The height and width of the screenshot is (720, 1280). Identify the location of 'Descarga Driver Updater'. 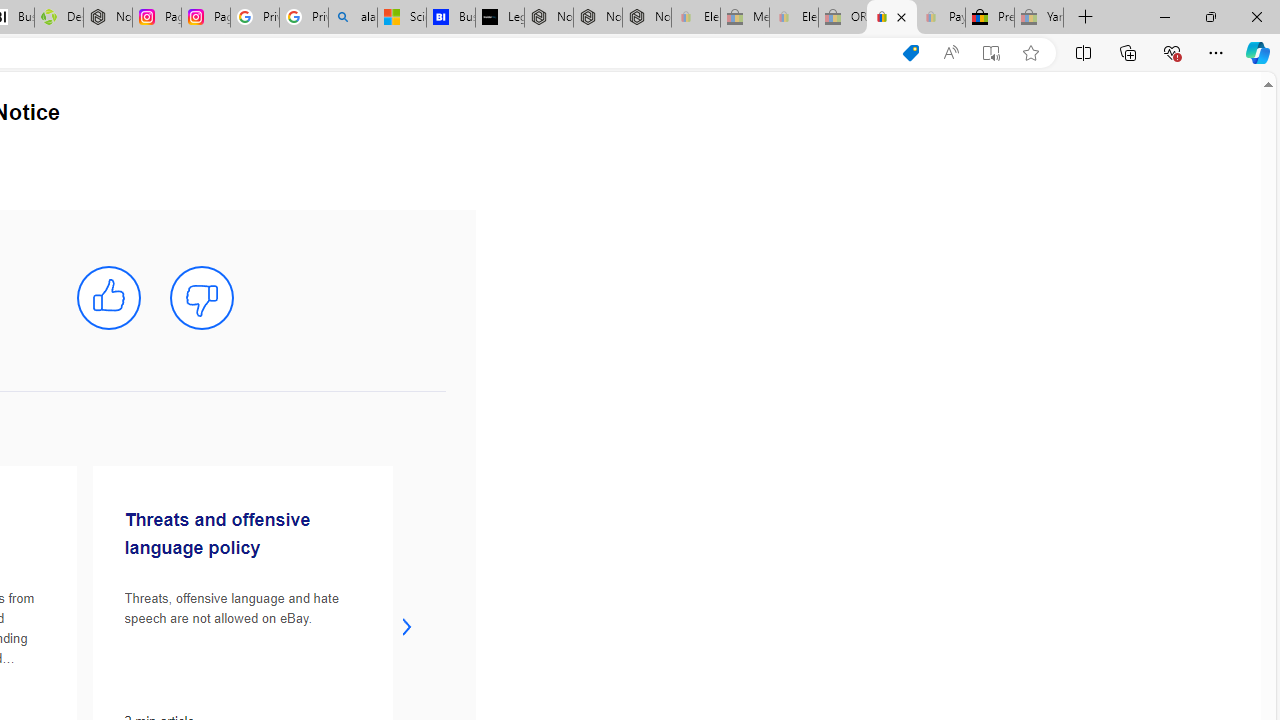
(58, 17).